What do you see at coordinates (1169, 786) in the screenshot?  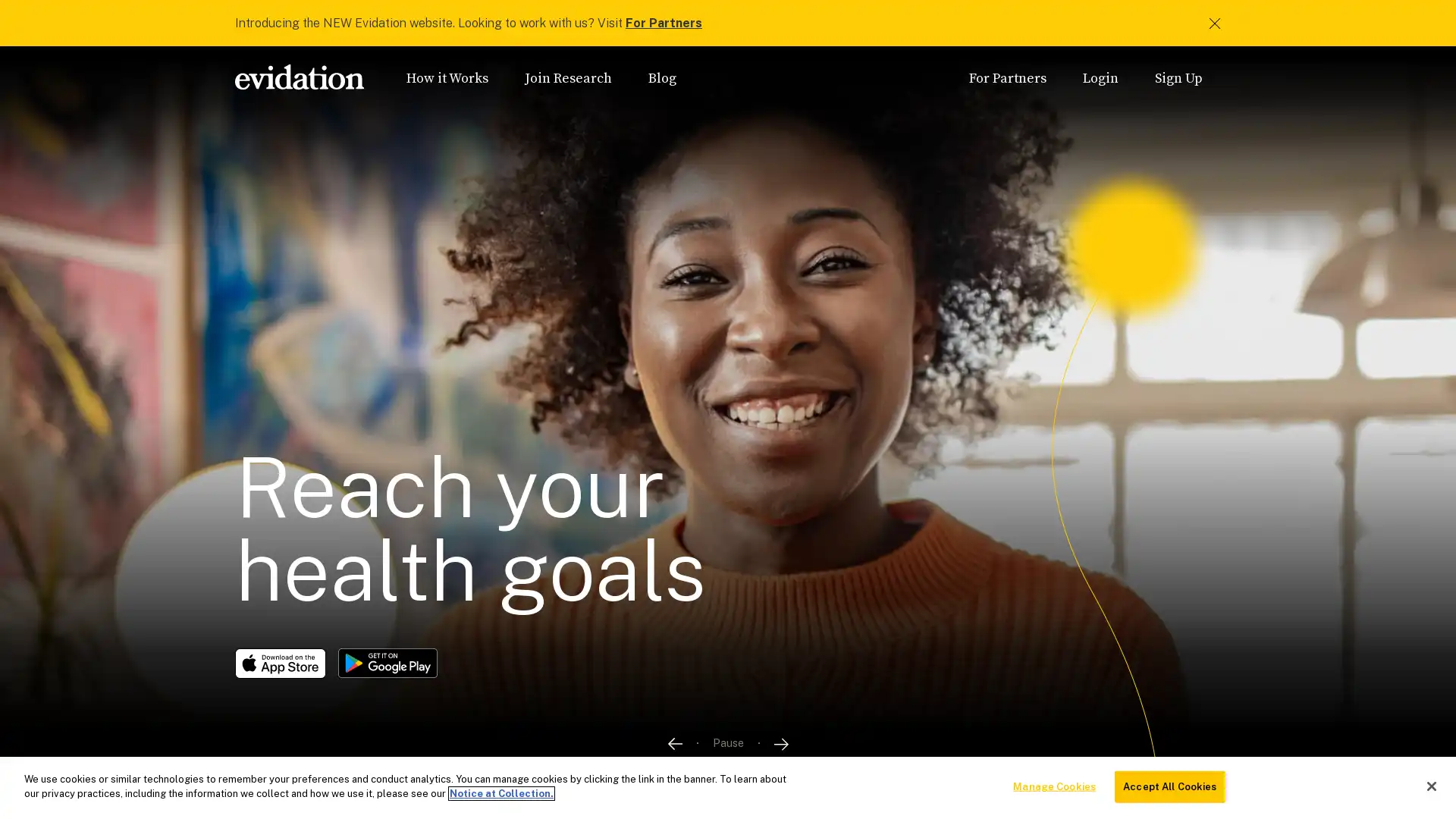 I see `Accept All Cookies` at bounding box center [1169, 786].